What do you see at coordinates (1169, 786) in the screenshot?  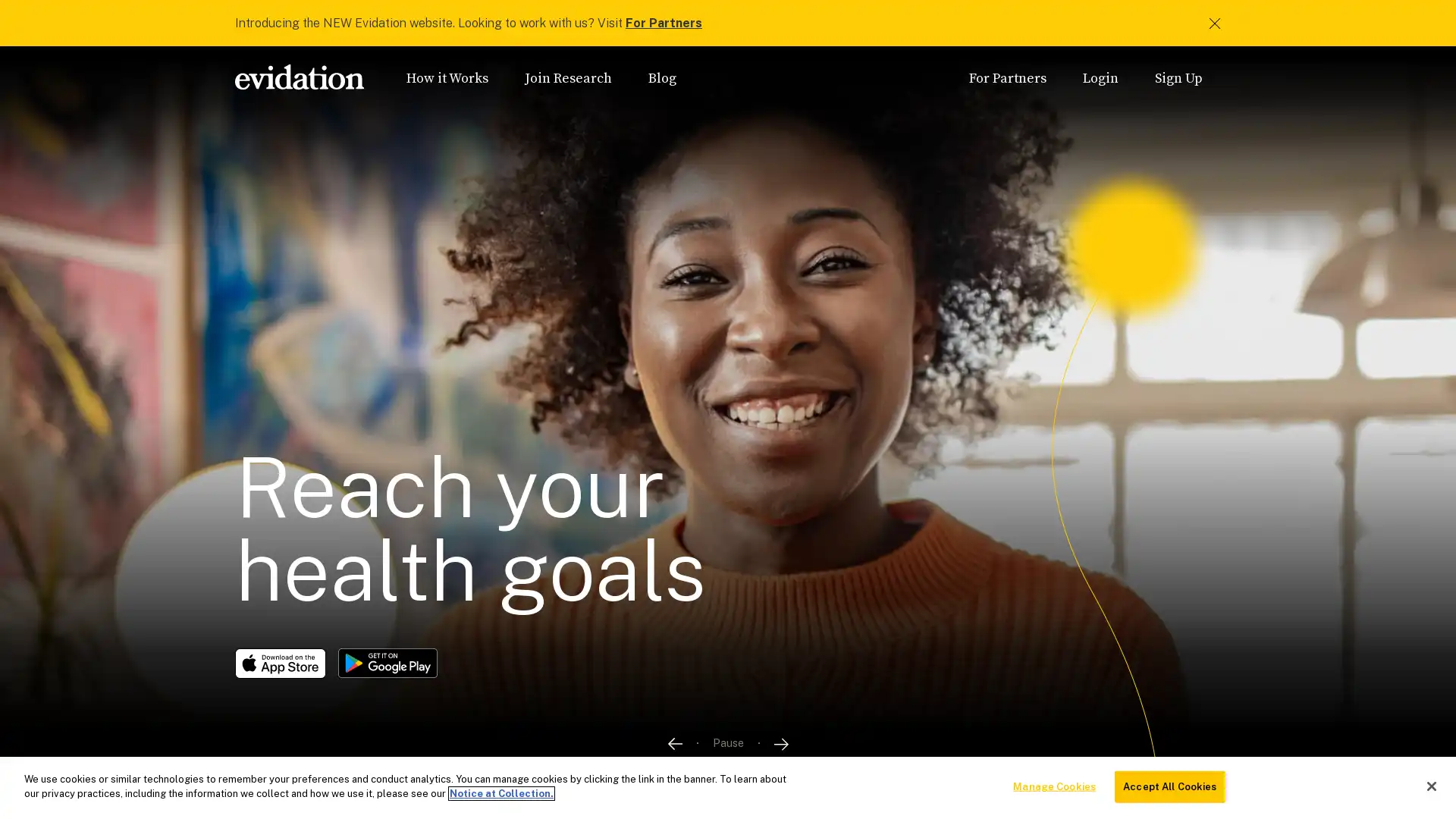 I see `Accept All Cookies` at bounding box center [1169, 786].